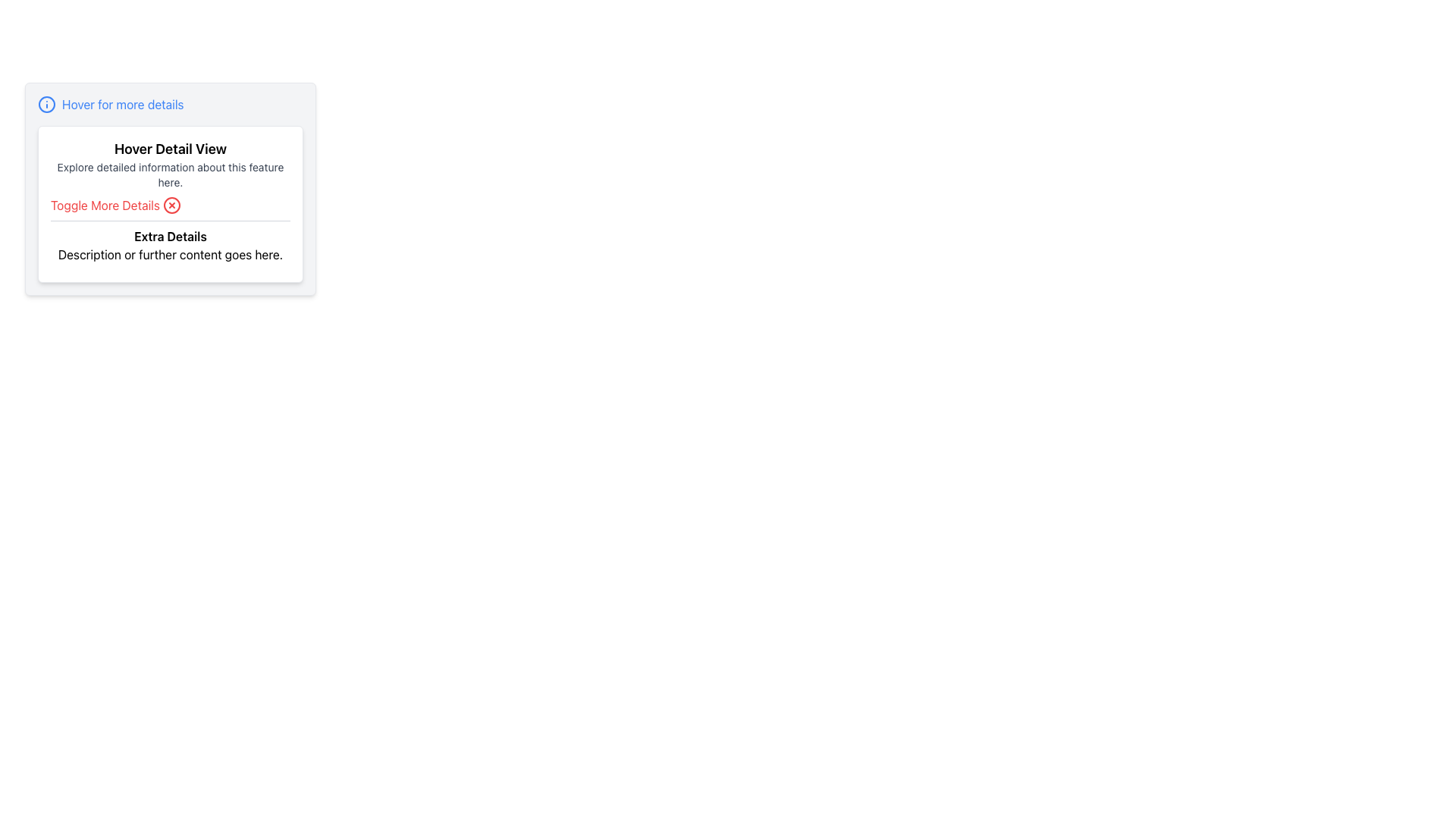 The image size is (1456, 819). What do you see at coordinates (171, 149) in the screenshot?
I see `text from the bold heading labeled 'Hover Detail View' positioned at the top of the rounded box` at bounding box center [171, 149].